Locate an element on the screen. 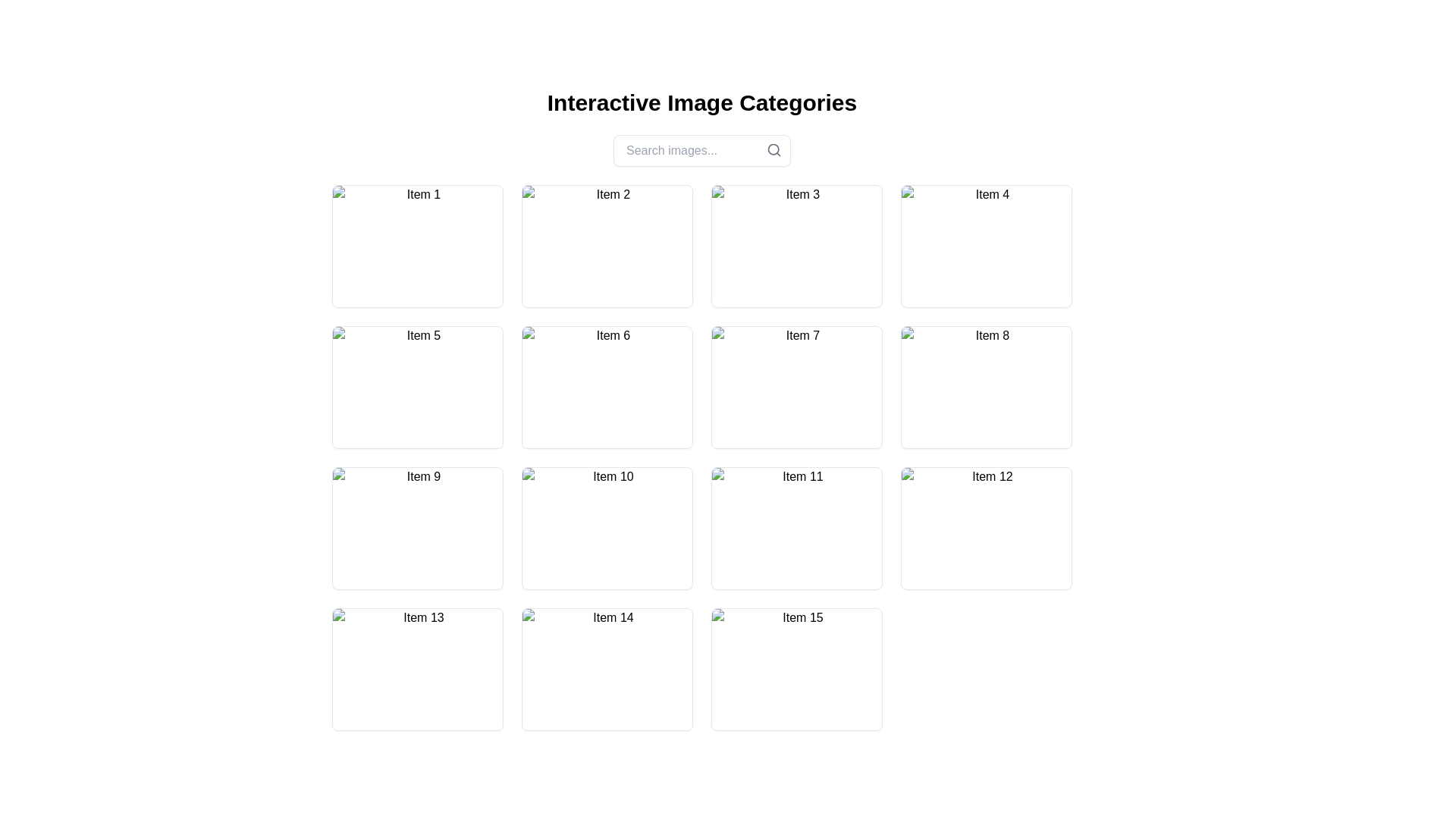  the image representing 'Item 8' in the grid layout is located at coordinates (986, 386).